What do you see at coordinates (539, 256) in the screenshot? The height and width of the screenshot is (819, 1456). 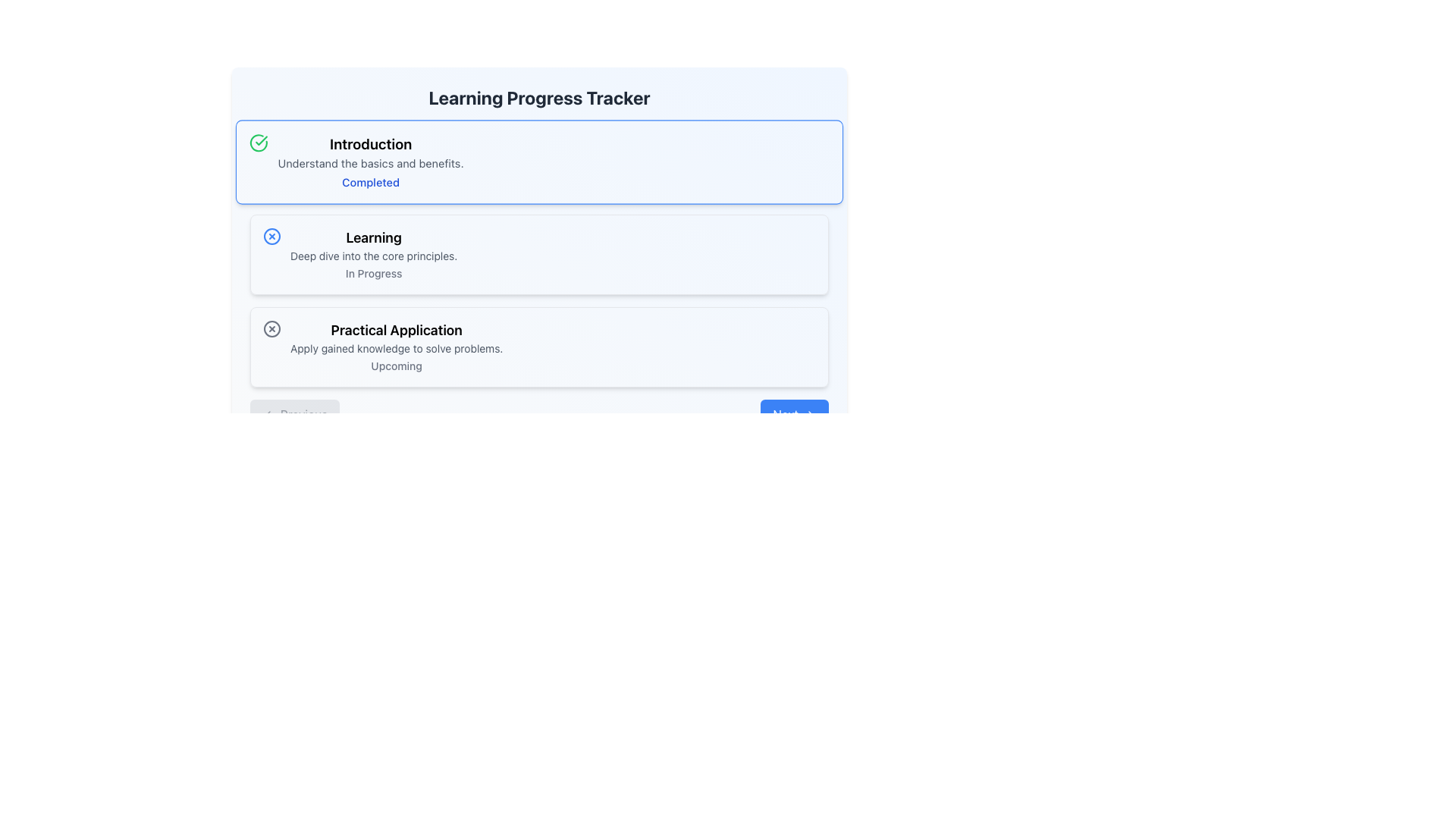 I see `the 'Learning' progress item in the Learning Progress Tracker to interact with it` at bounding box center [539, 256].